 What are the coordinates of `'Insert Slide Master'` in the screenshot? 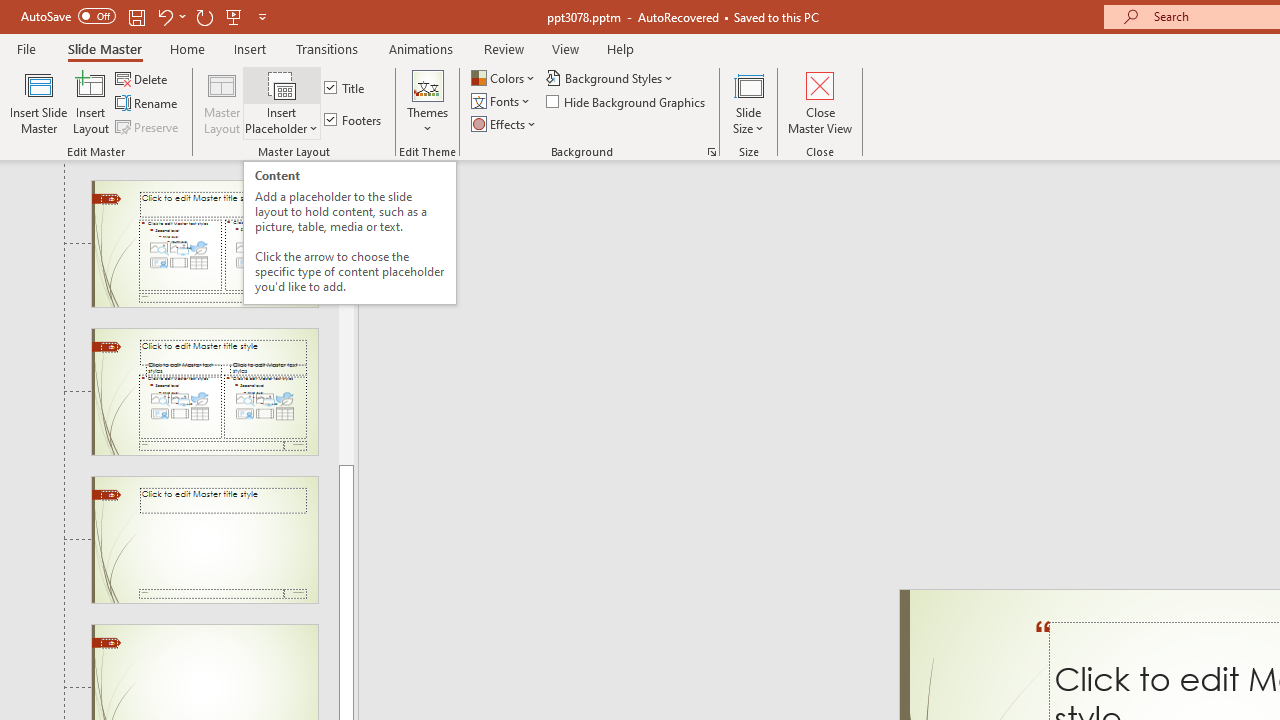 It's located at (39, 103).